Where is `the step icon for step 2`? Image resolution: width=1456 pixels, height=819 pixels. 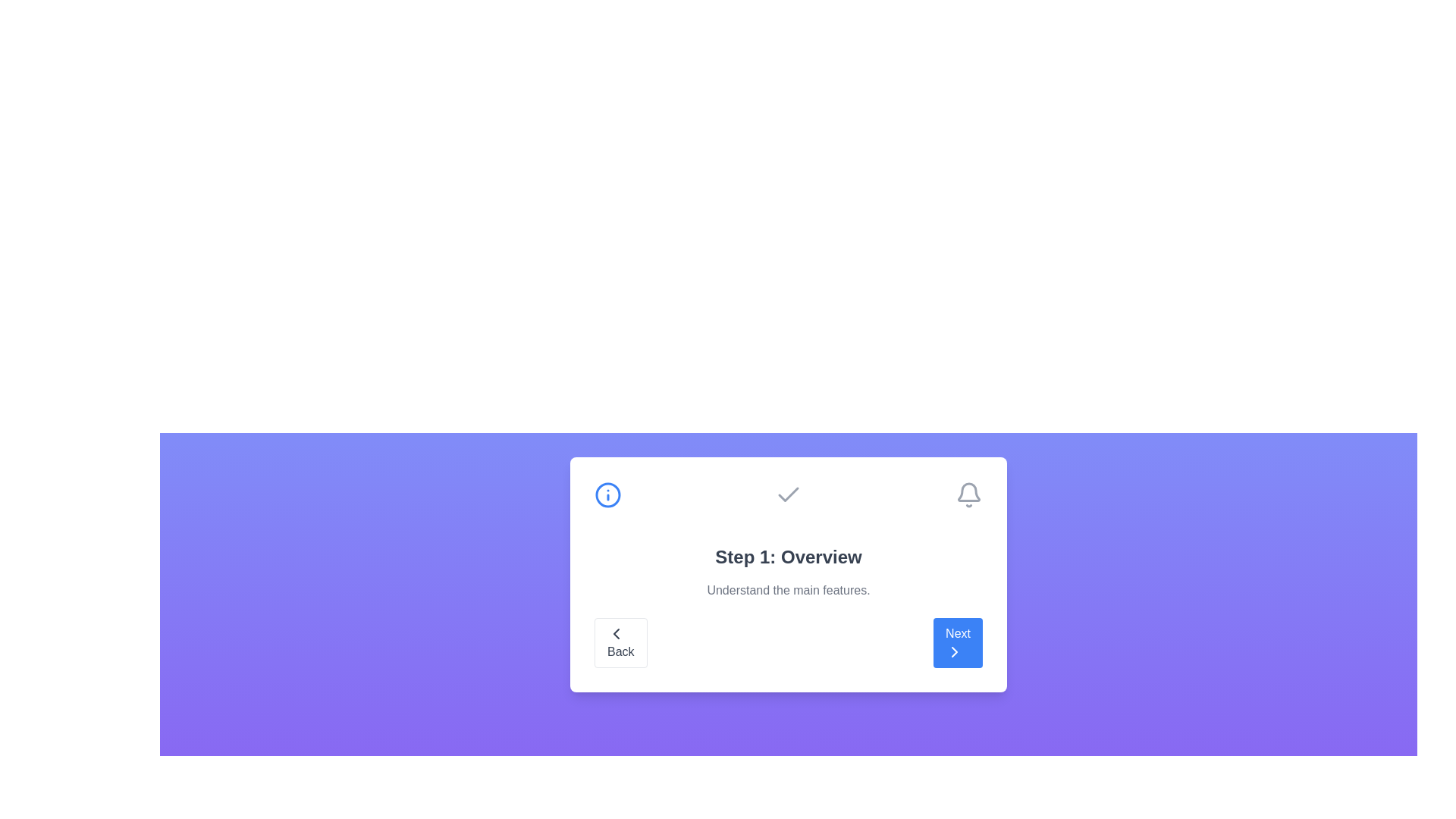
the step icon for step 2 is located at coordinates (789, 494).